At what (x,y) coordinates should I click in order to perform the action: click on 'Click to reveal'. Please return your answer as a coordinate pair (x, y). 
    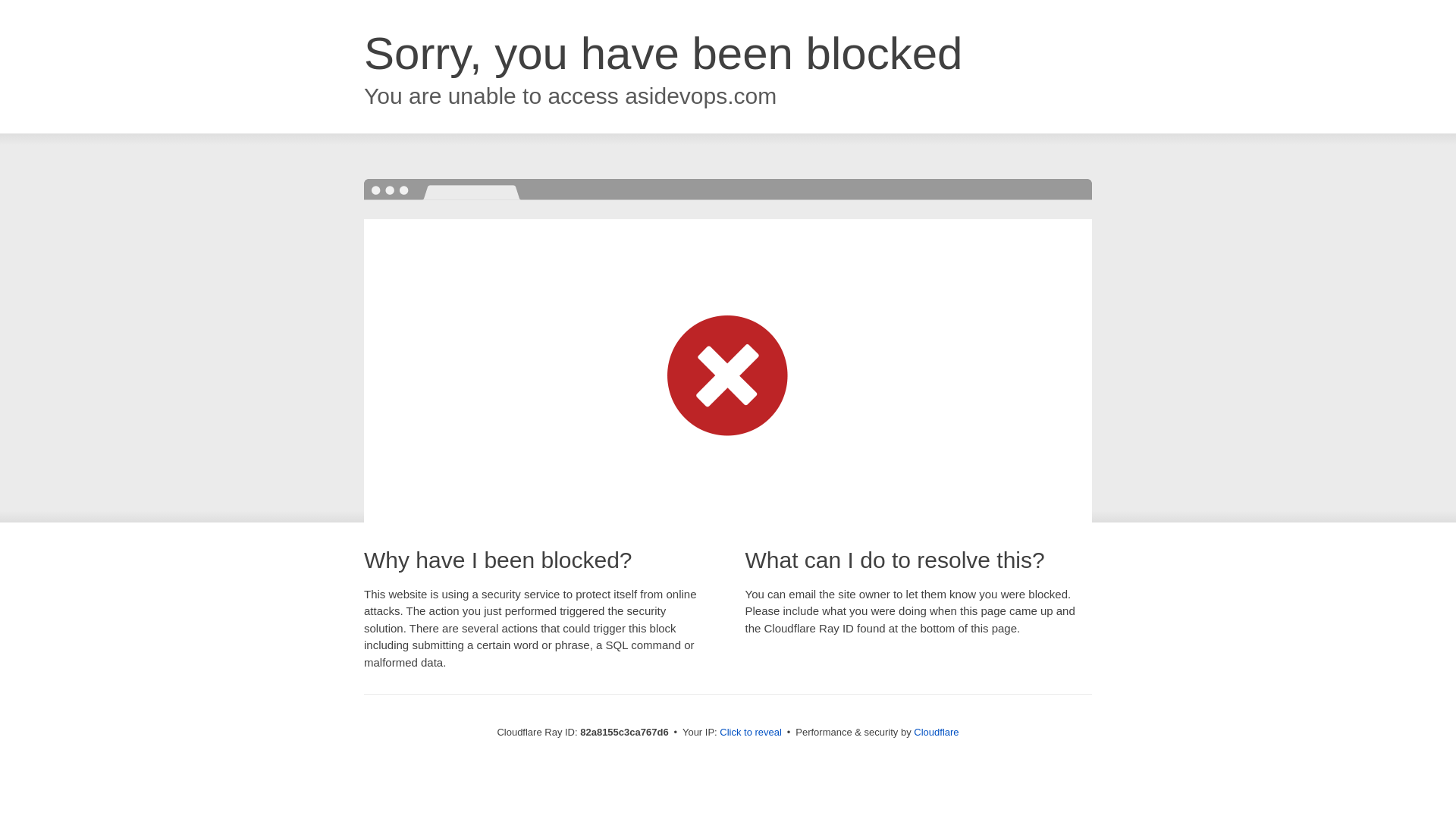
    Looking at the image, I should click on (750, 731).